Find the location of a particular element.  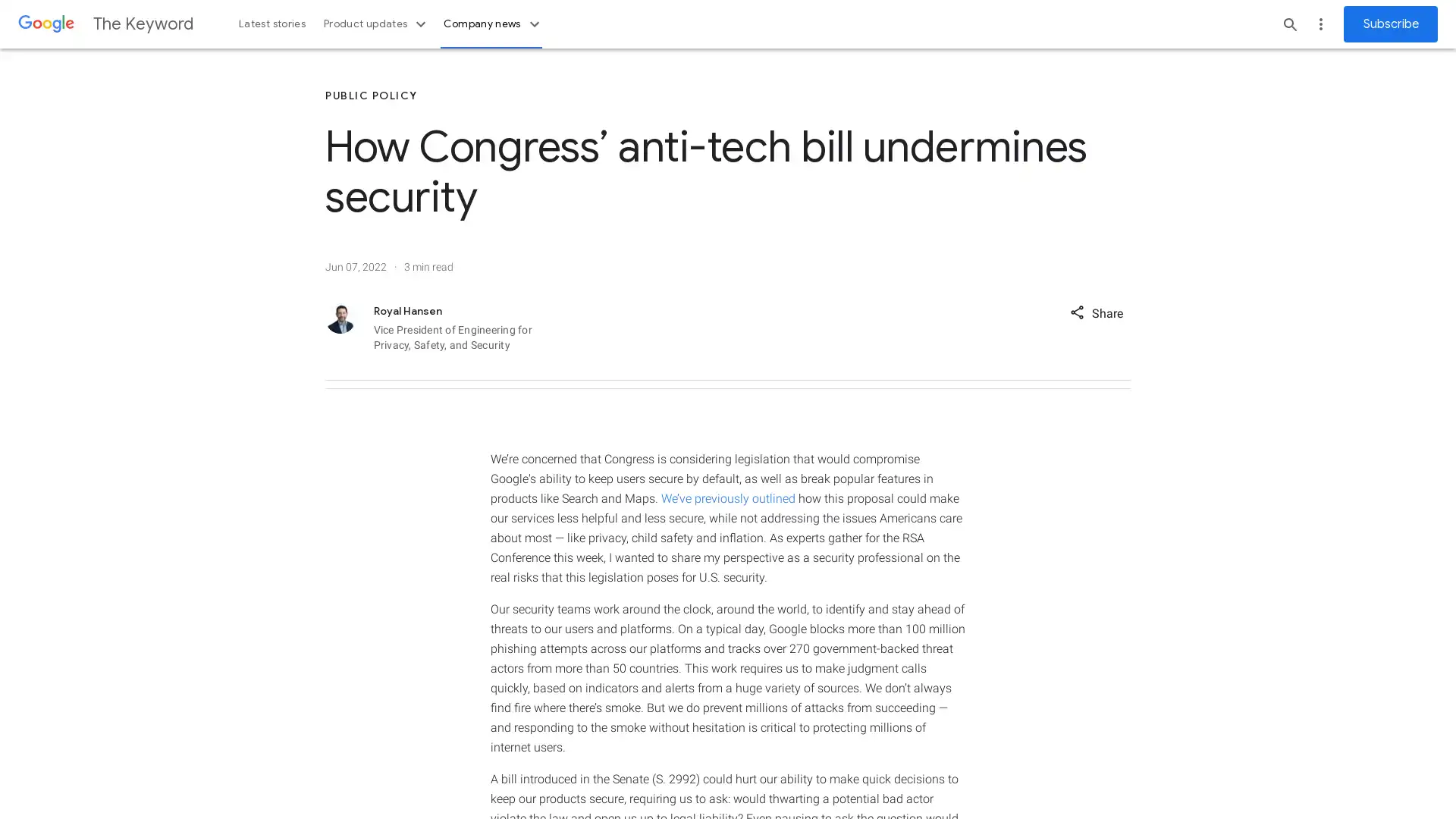

Newsletter subscribe is located at coordinates (1390, 24).